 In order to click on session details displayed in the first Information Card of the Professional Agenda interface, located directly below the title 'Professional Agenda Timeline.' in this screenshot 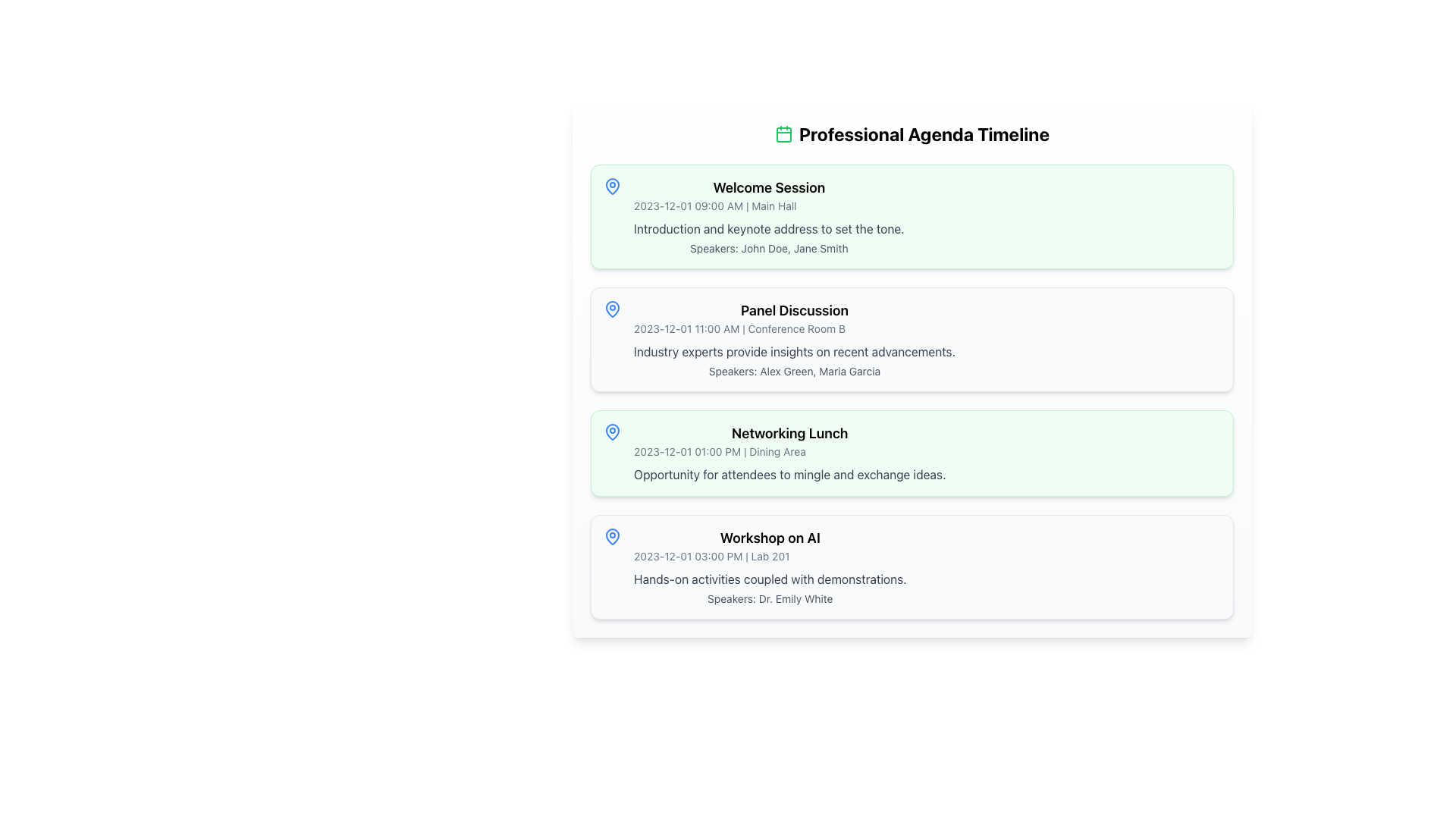, I will do `click(912, 216)`.